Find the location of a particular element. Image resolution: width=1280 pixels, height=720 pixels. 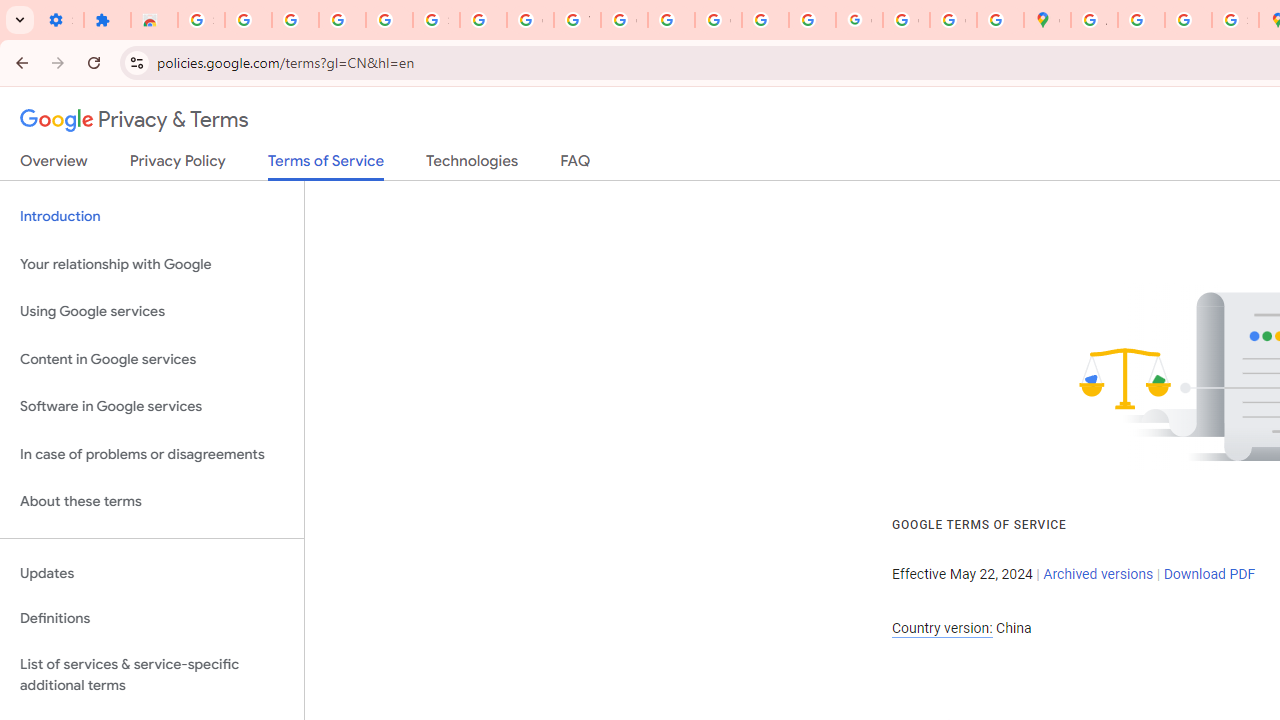

'Settings - On startup' is located at coordinates (60, 20).